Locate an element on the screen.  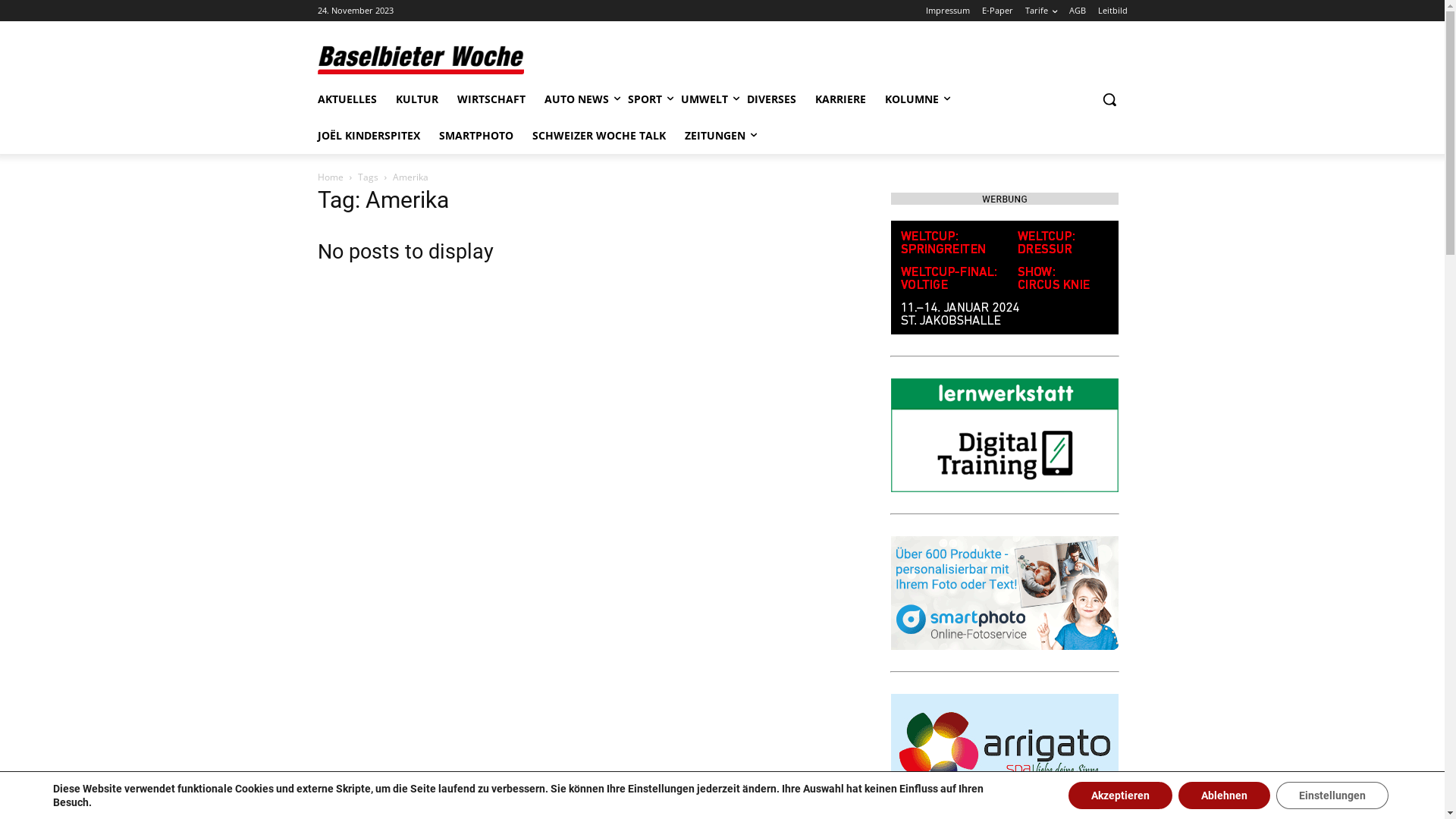
'Einstellungen' is located at coordinates (1331, 795).